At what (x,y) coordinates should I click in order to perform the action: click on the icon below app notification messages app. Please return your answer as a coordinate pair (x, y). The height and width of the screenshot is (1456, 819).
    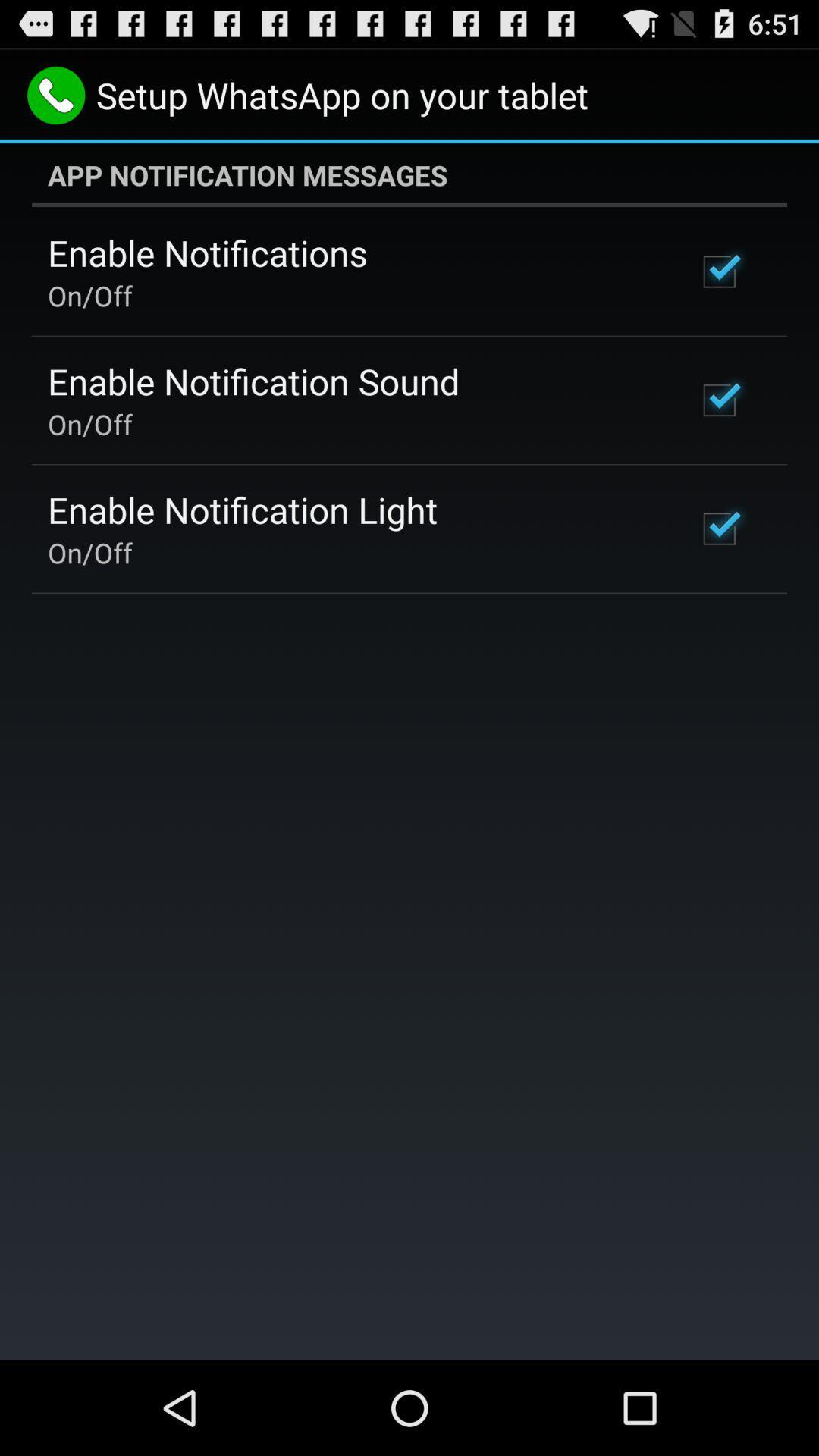
    Looking at the image, I should click on (207, 253).